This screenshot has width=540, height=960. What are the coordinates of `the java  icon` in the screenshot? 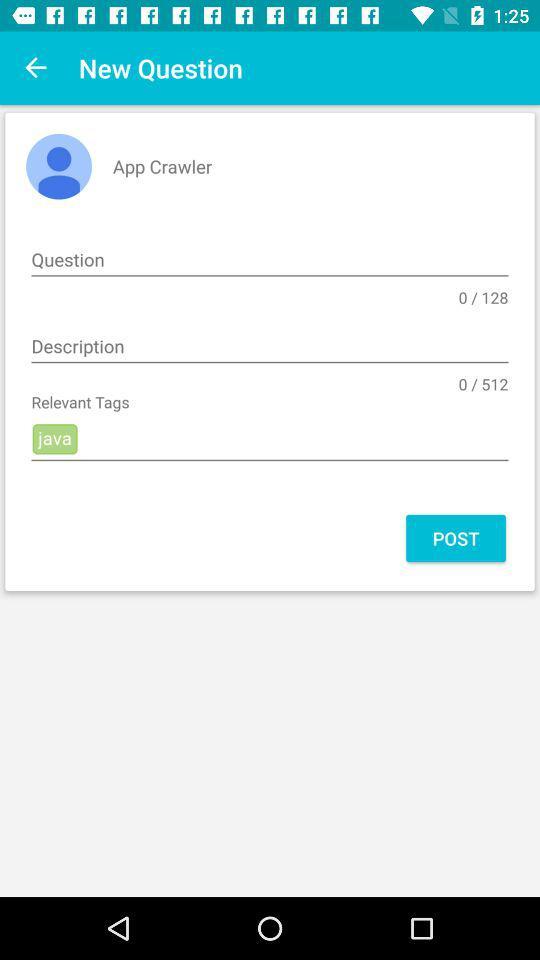 It's located at (270, 439).